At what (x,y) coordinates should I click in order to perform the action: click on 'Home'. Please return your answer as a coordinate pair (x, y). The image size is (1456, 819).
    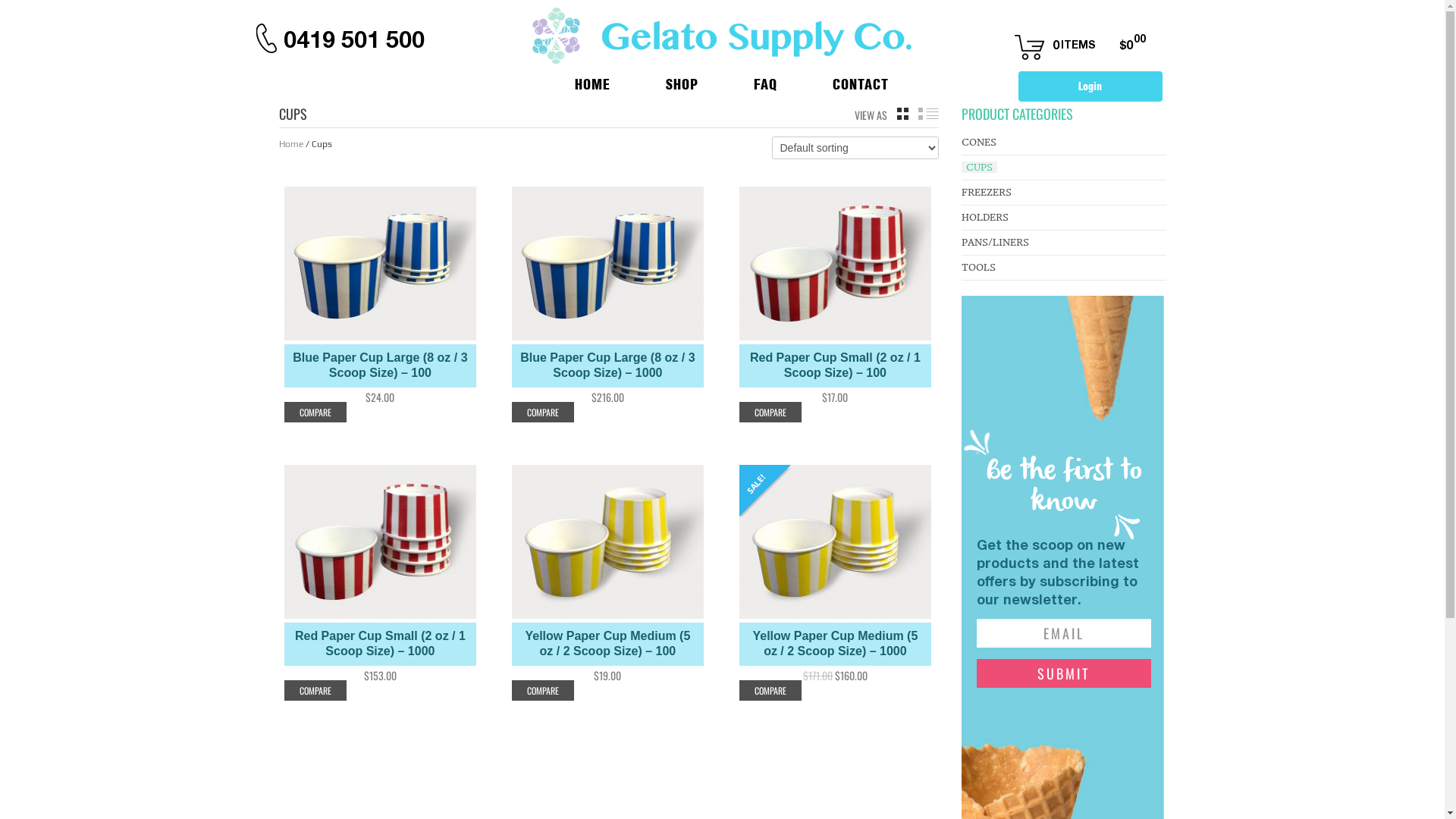
    Looking at the image, I should click on (279, 143).